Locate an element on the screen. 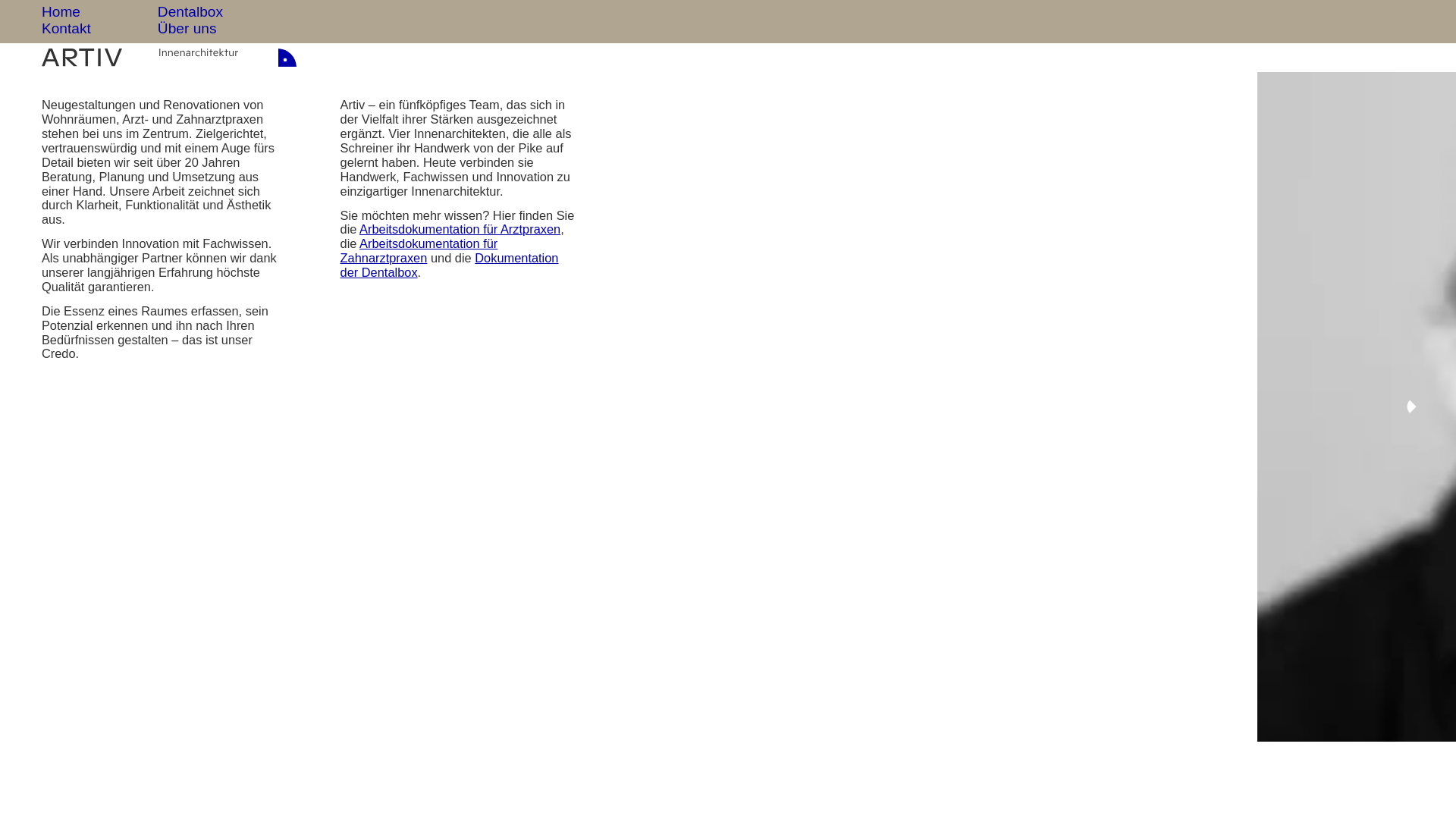 Image resolution: width=1456 pixels, height=819 pixels. 'Kontakt' is located at coordinates (65, 28).